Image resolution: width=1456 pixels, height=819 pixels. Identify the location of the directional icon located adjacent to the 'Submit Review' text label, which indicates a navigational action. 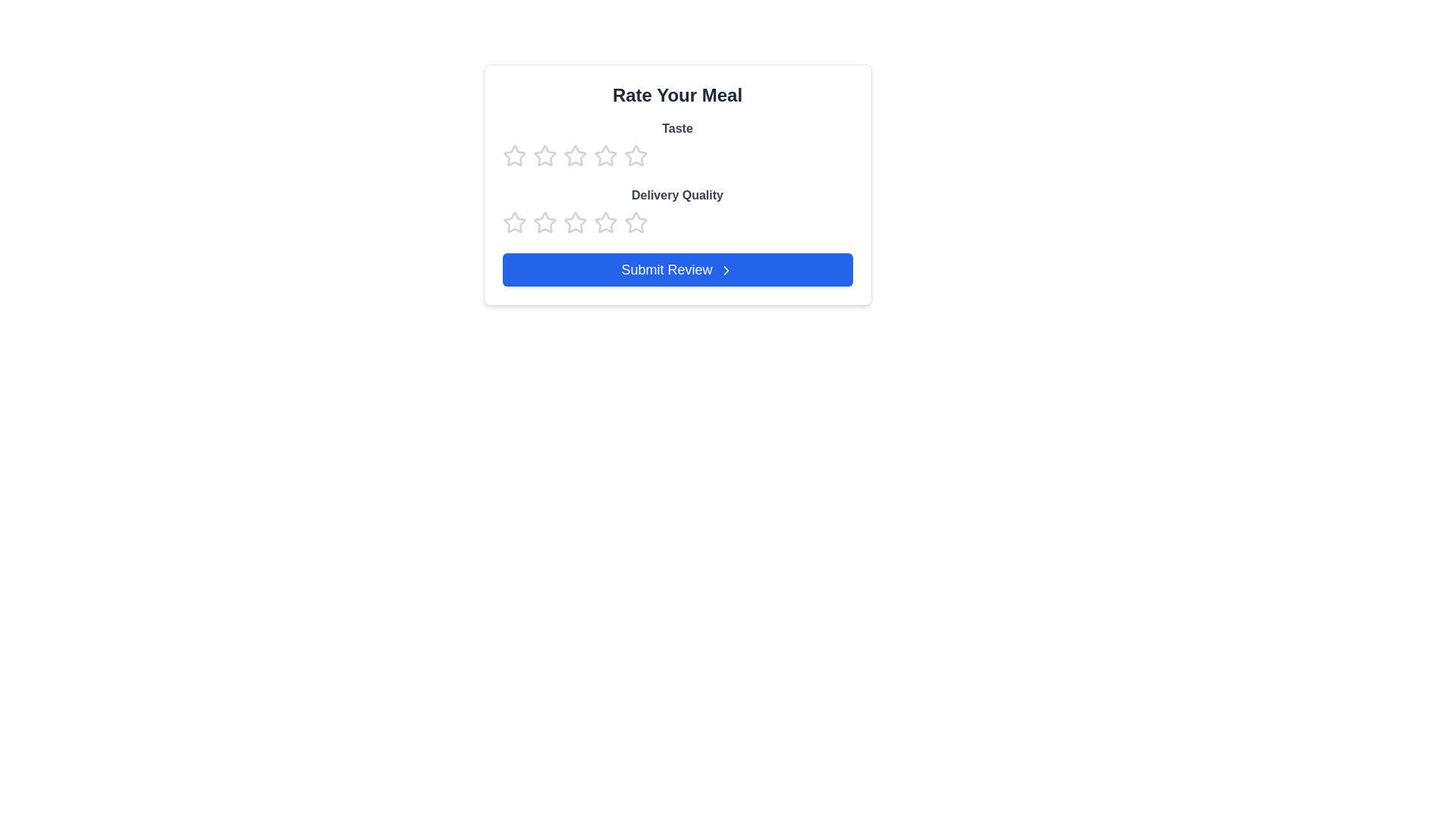
(725, 270).